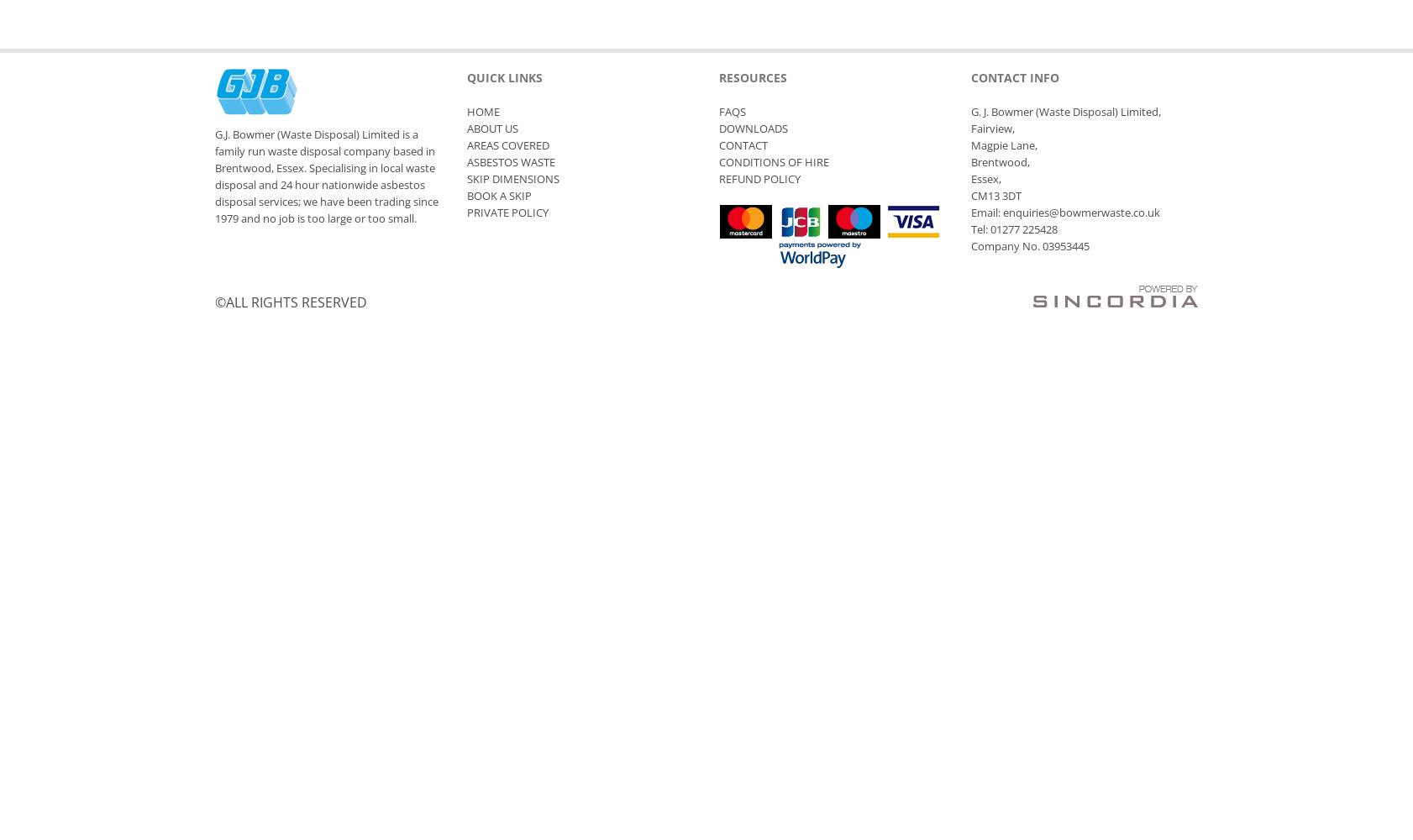  Describe the element at coordinates (753, 129) in the screenshot. I see `'Downloads'` at that location.